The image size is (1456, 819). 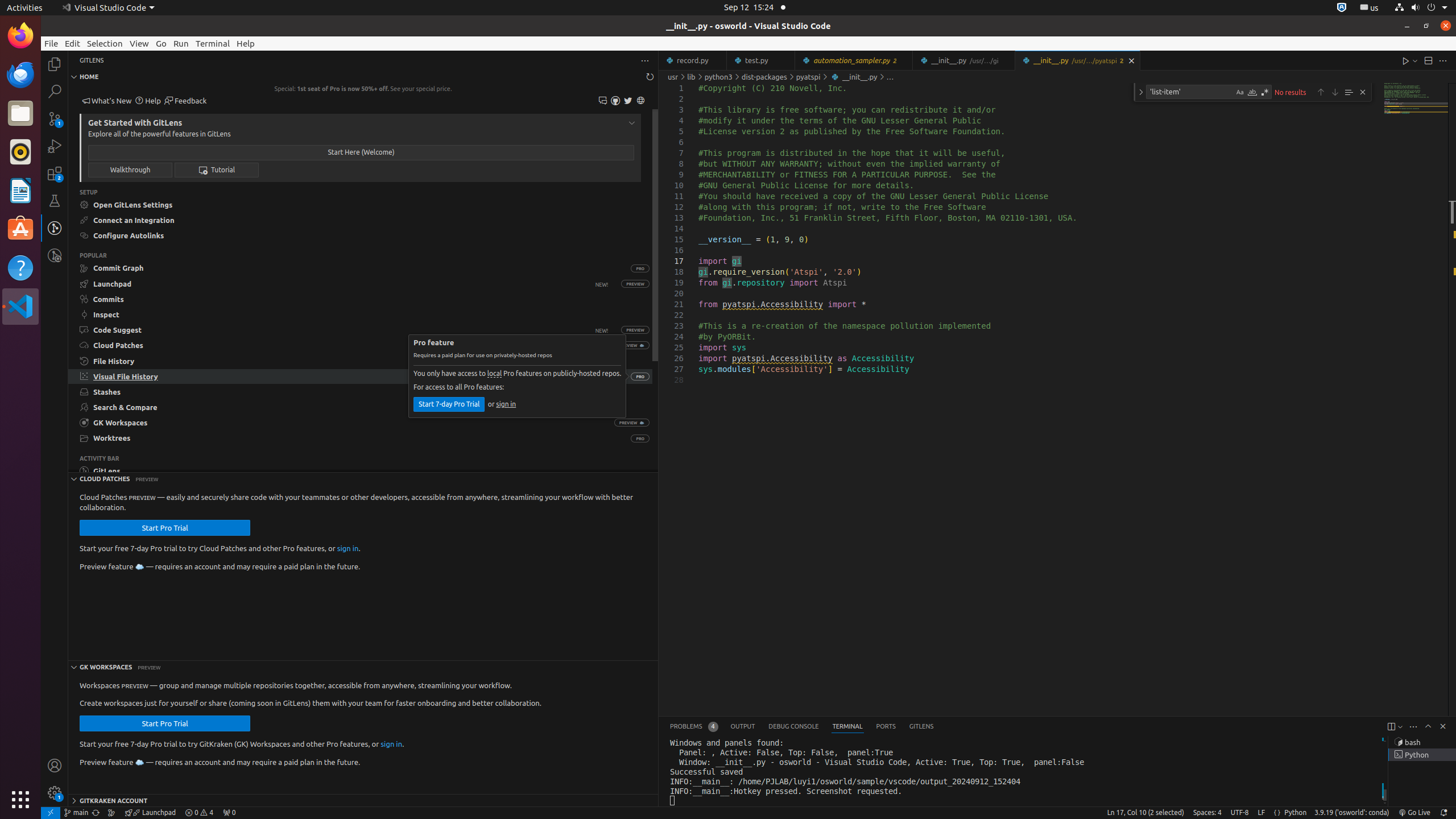 What do you see at coordinates (359, 220) in the screenshot?
I see `'Connect an Integration on GitKraken.dev'` at bounding box center [359, 220].